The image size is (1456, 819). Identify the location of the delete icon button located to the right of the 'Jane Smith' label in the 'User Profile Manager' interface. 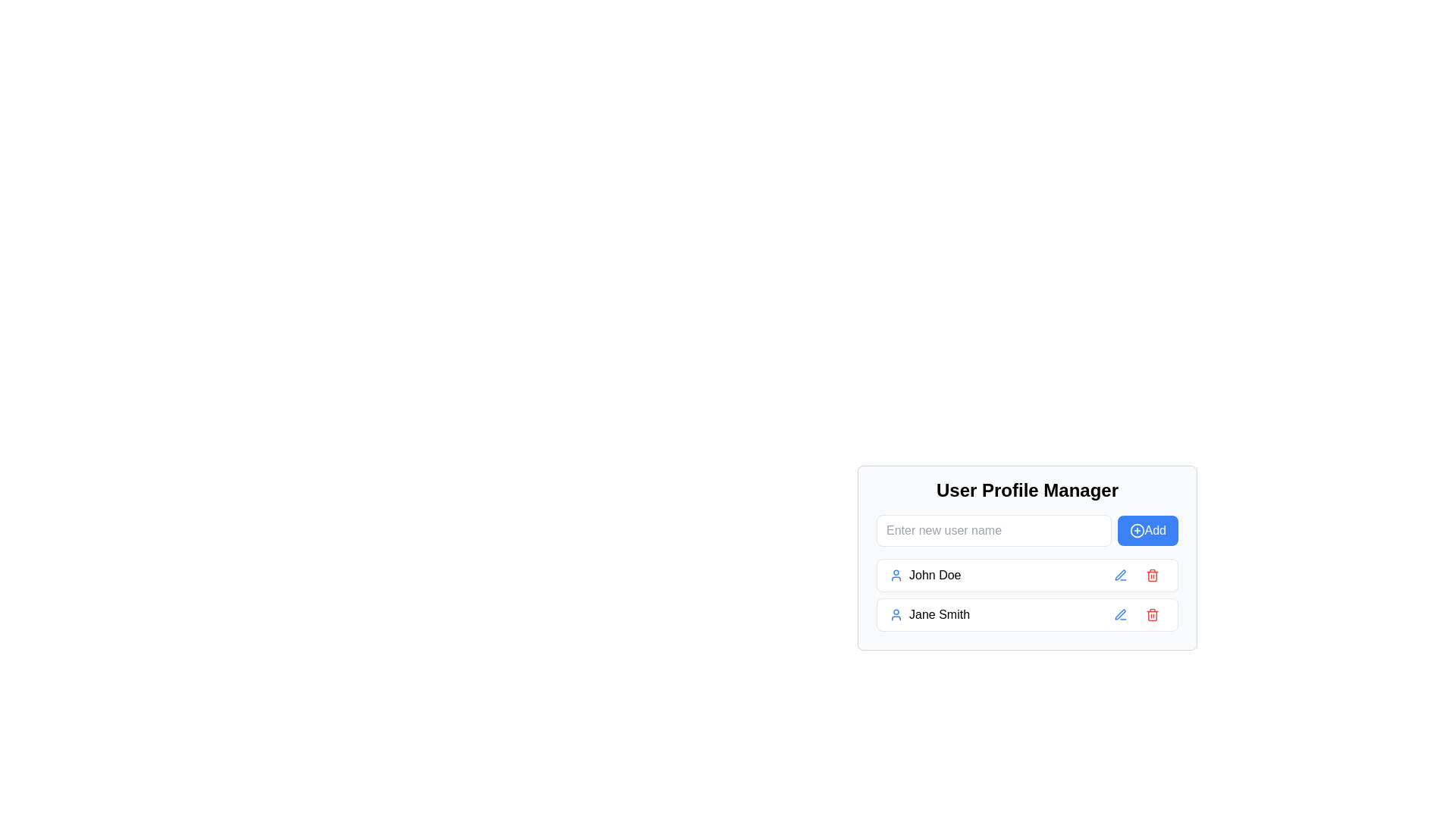
(1153, 576).